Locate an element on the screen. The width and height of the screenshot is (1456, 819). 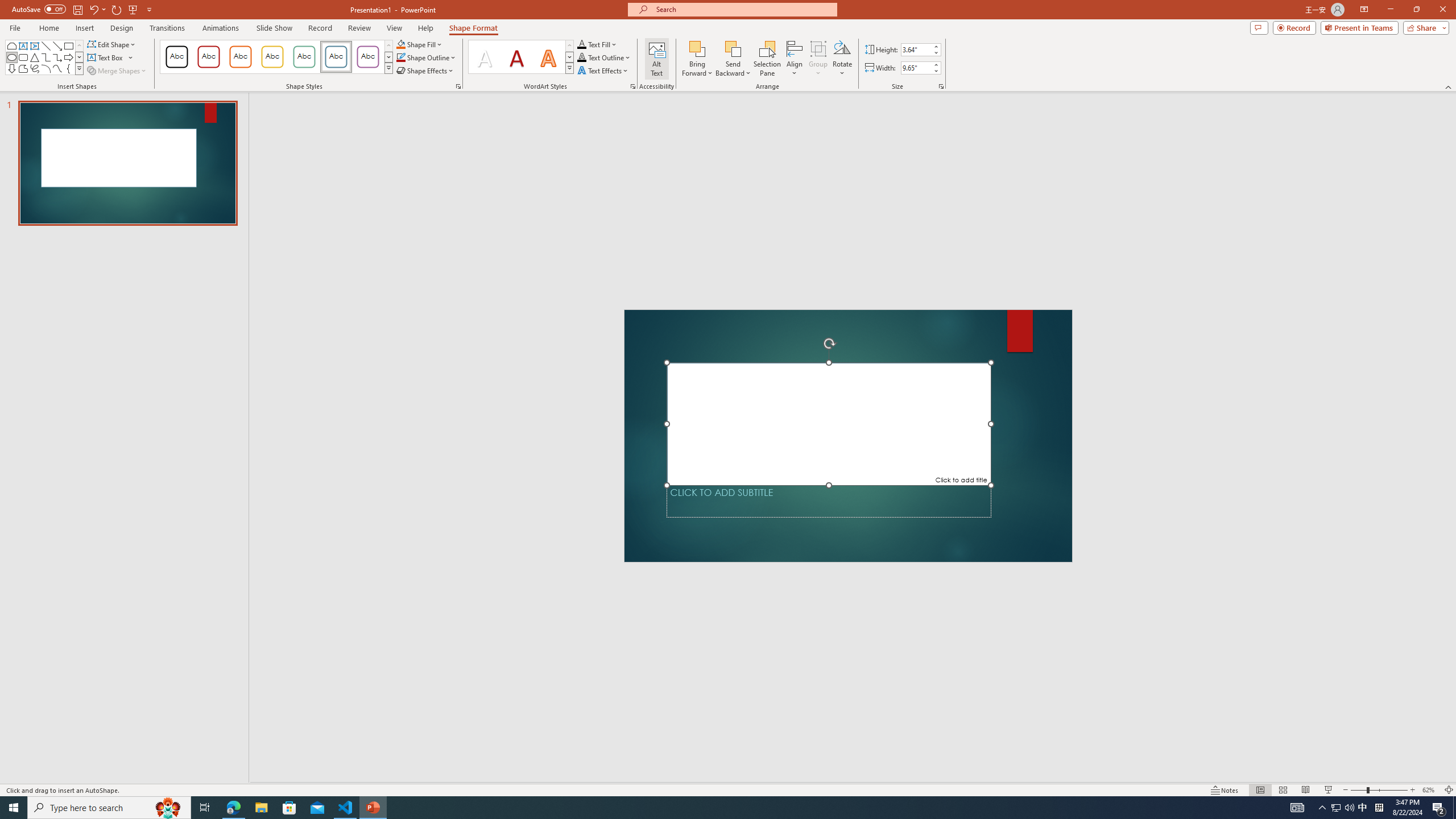
'Isosceles Triangle' is located at coordinates (35, 56).